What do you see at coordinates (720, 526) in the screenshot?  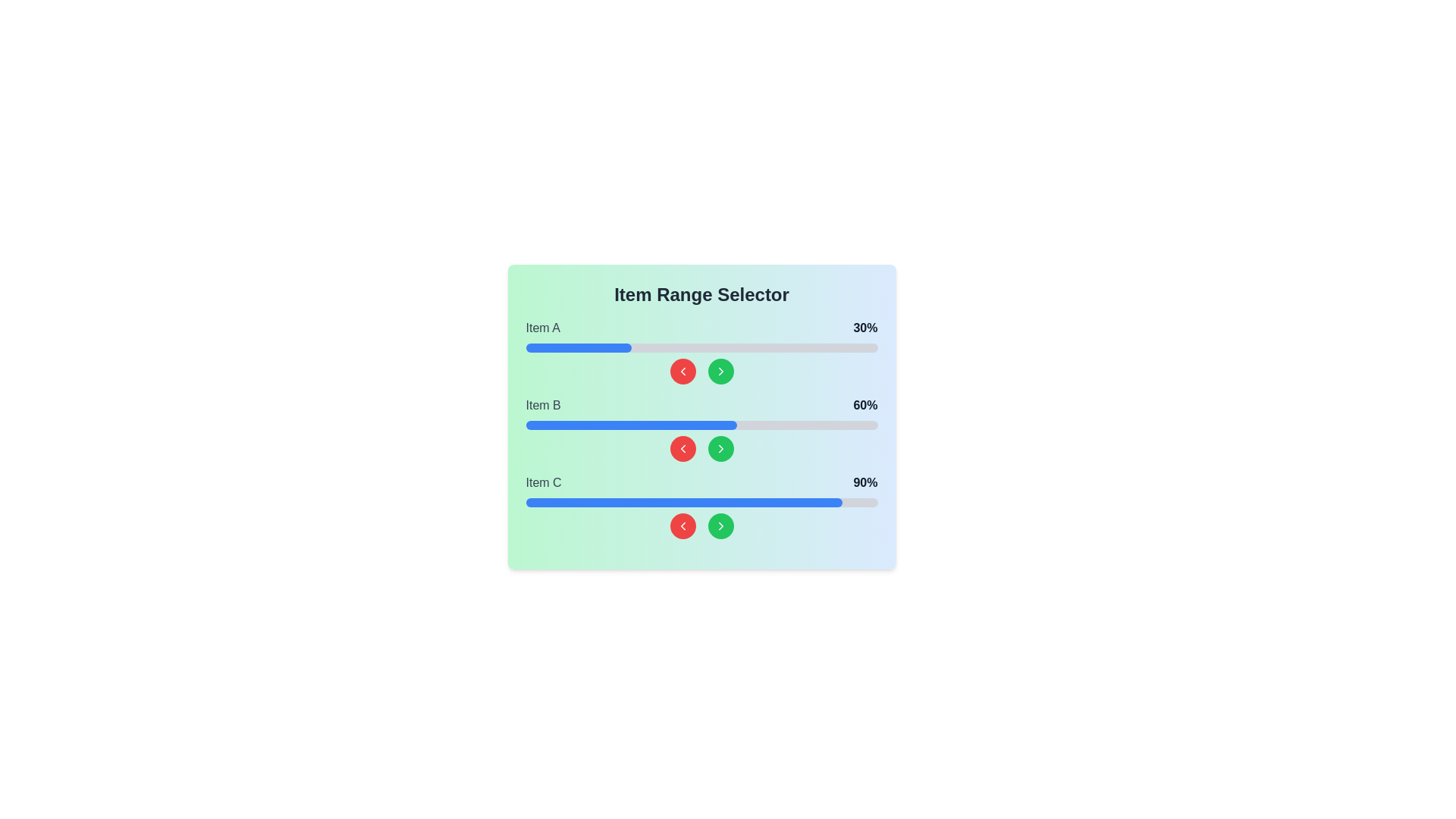 I see `the circular green button with a white 'chevron right' icon to increment the value or navigate forward in the 'Item Range Selector' section` at bounding box center [720, 526].